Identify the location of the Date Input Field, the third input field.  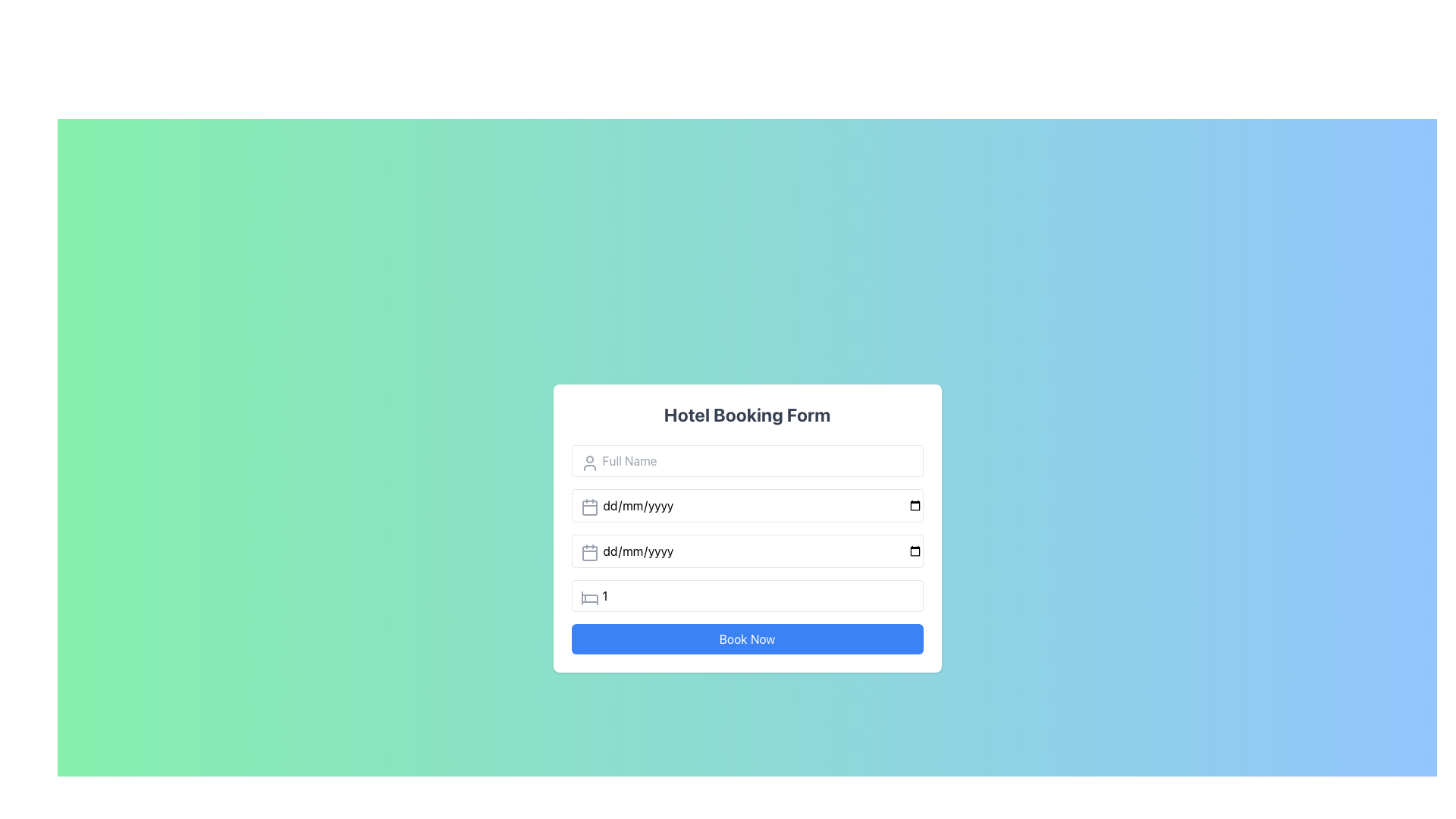
(747, 551).